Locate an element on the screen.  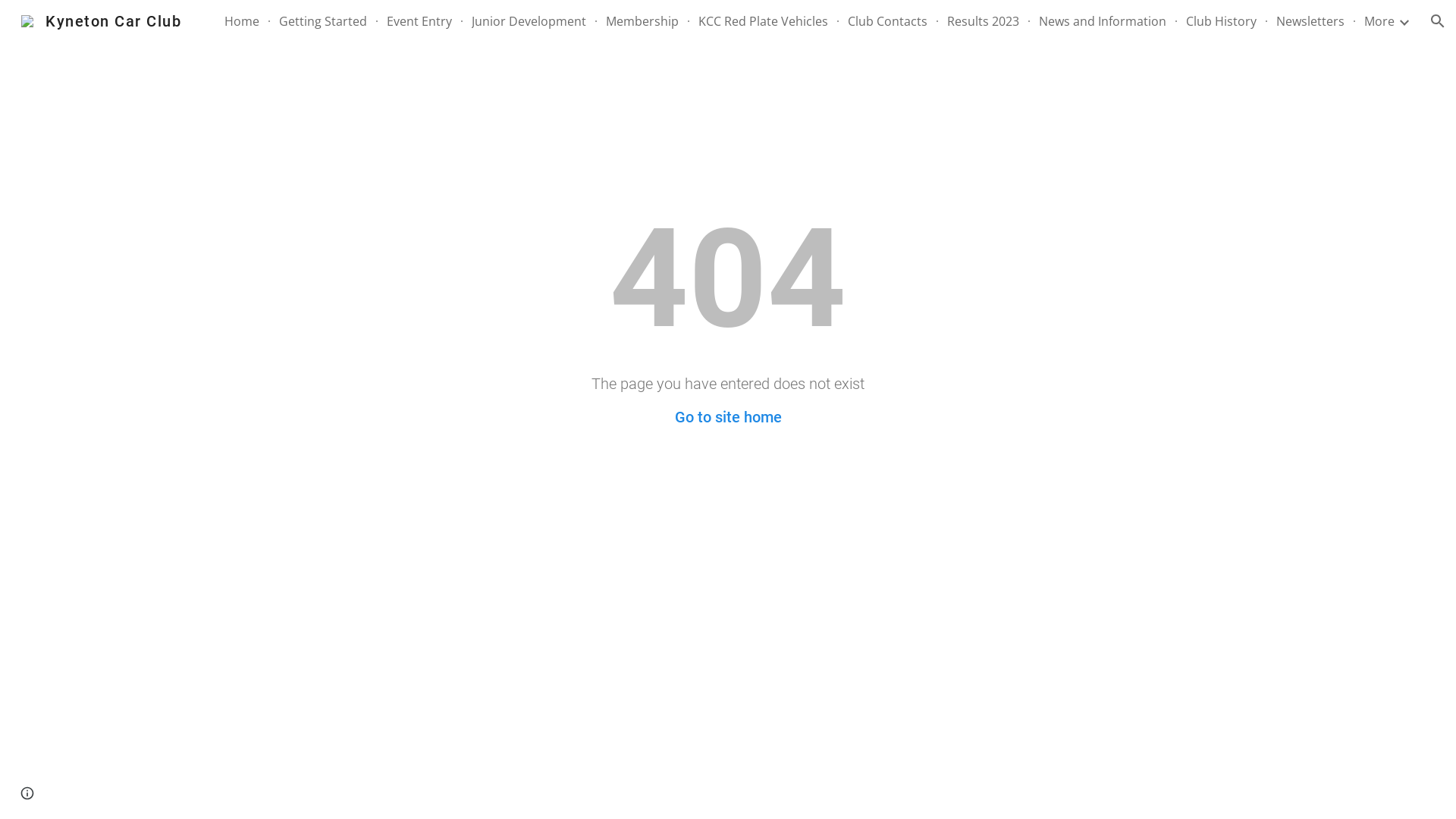
'Home' is located at coordinates (240, 20).